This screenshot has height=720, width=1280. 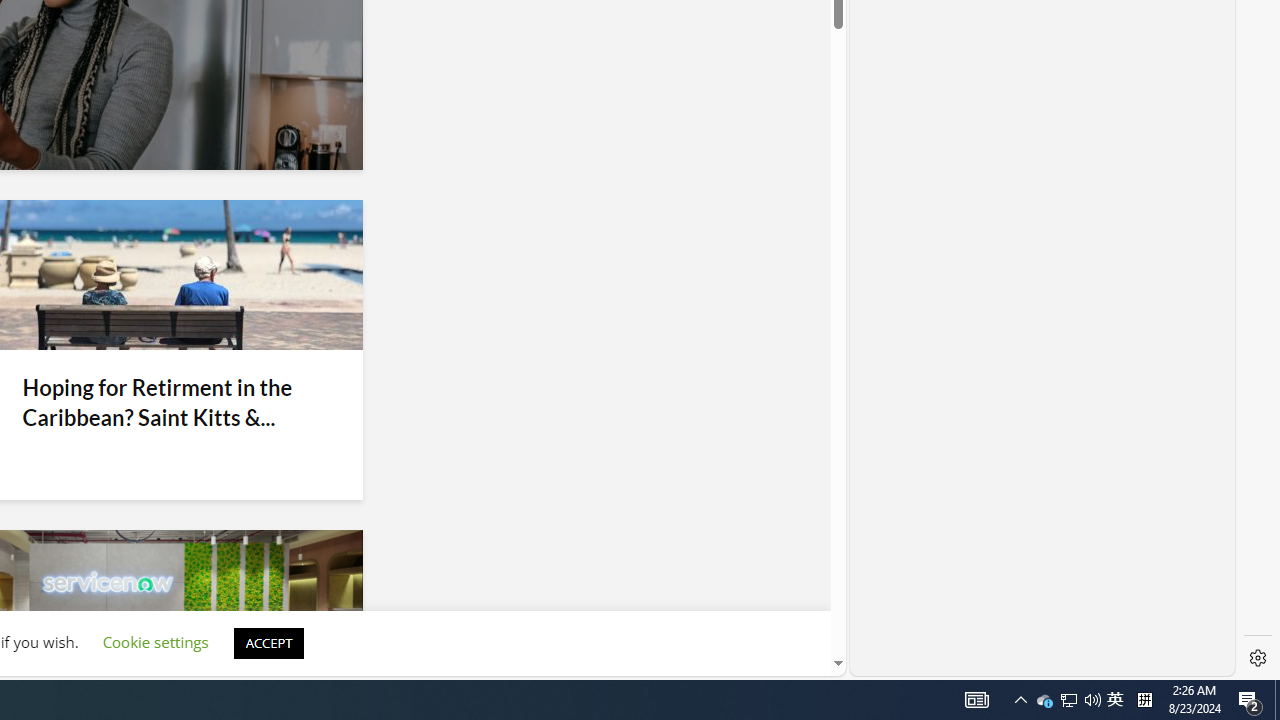 I want to click on 'ACCEPT', so click(x=267, y=643).